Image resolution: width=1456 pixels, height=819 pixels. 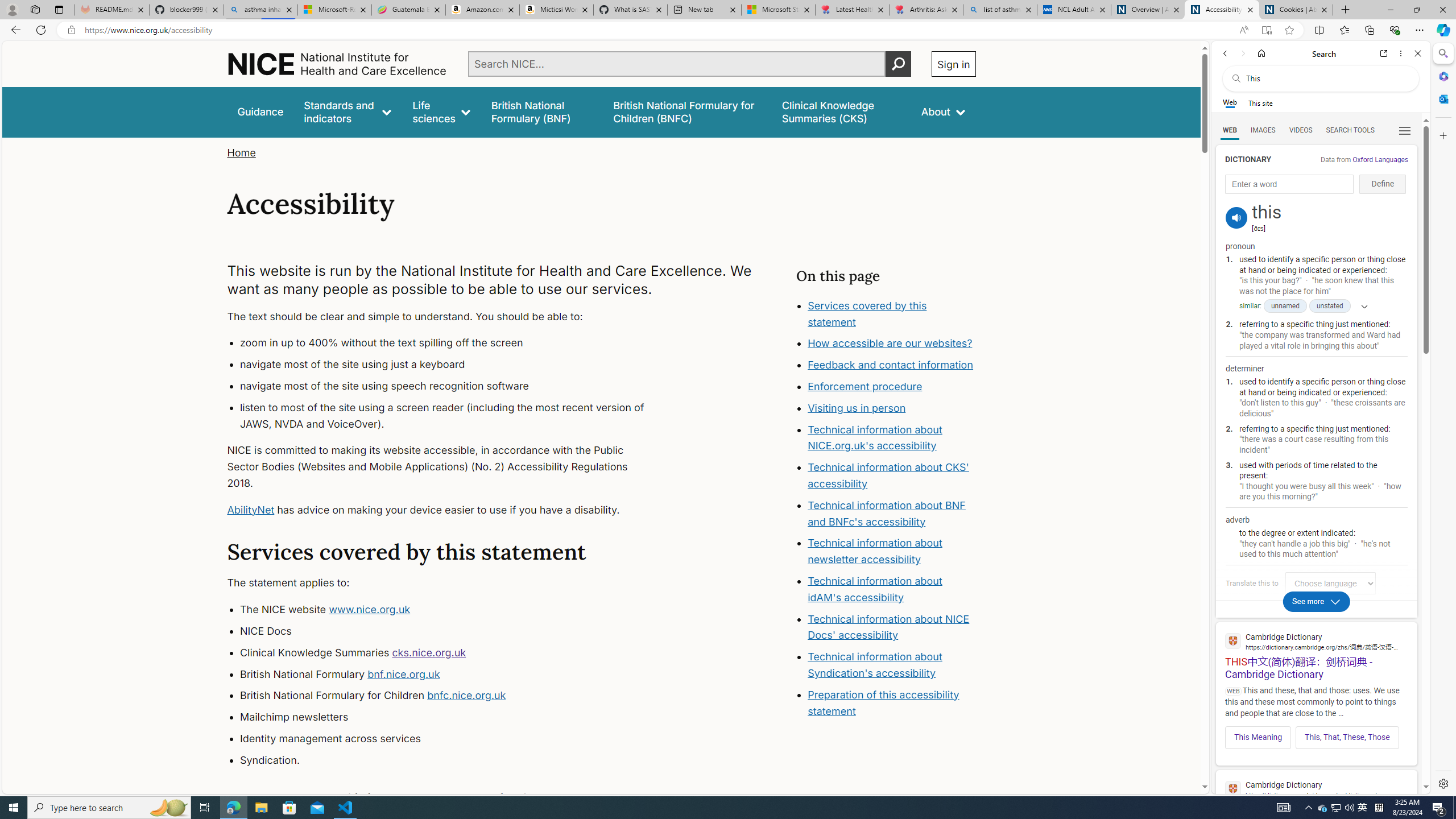 What do you see at coordinates (452, 385) in the screenshot?
I see `'navigate most of the site using speech recognition software'` at bounding box center [452, 385].